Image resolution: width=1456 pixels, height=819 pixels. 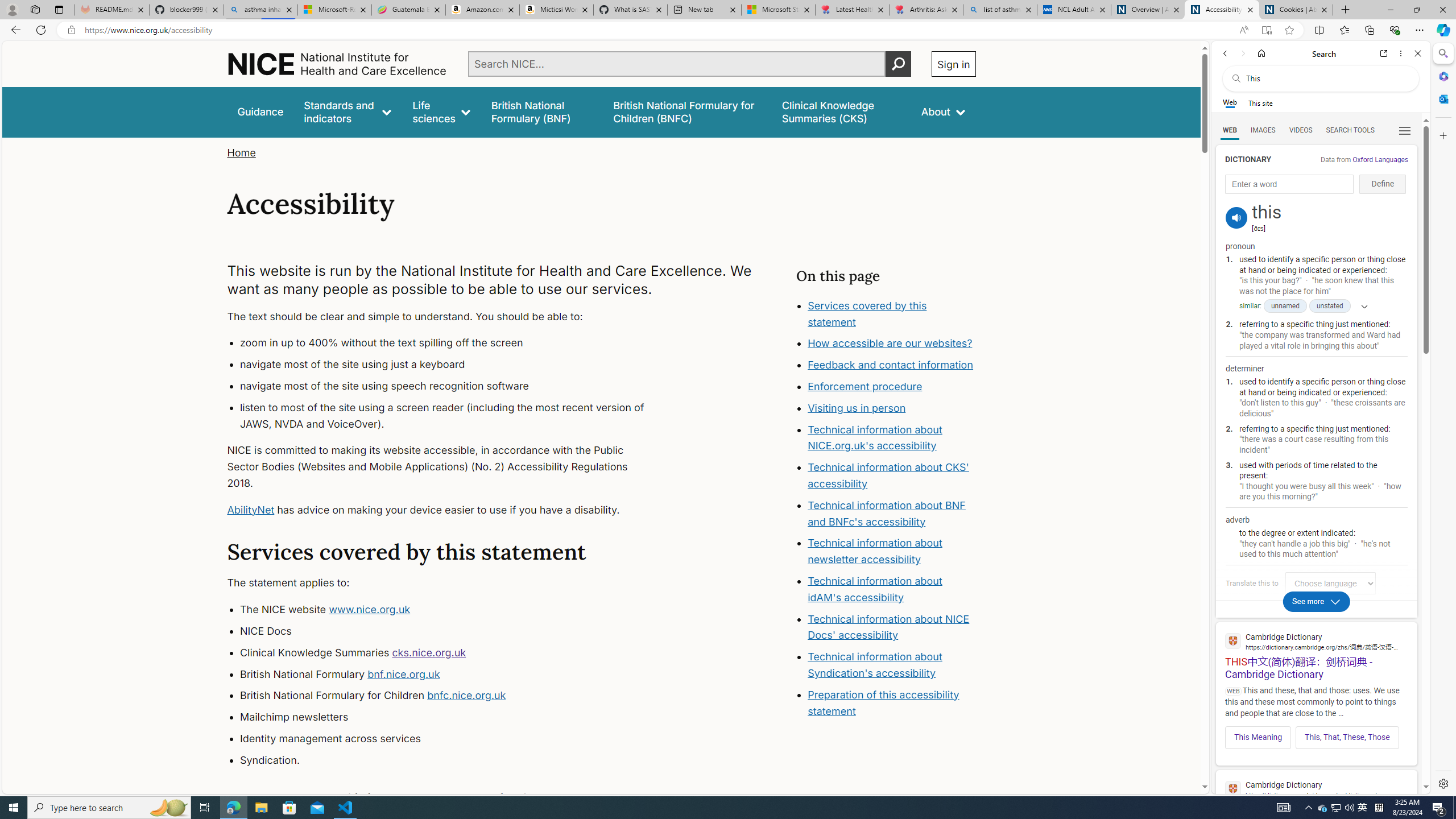 What do you see at coordinates (452, 385) in the screenshot?
I see `'navigate most of the site using speech recognition software'` at bounding box center [452, 385].